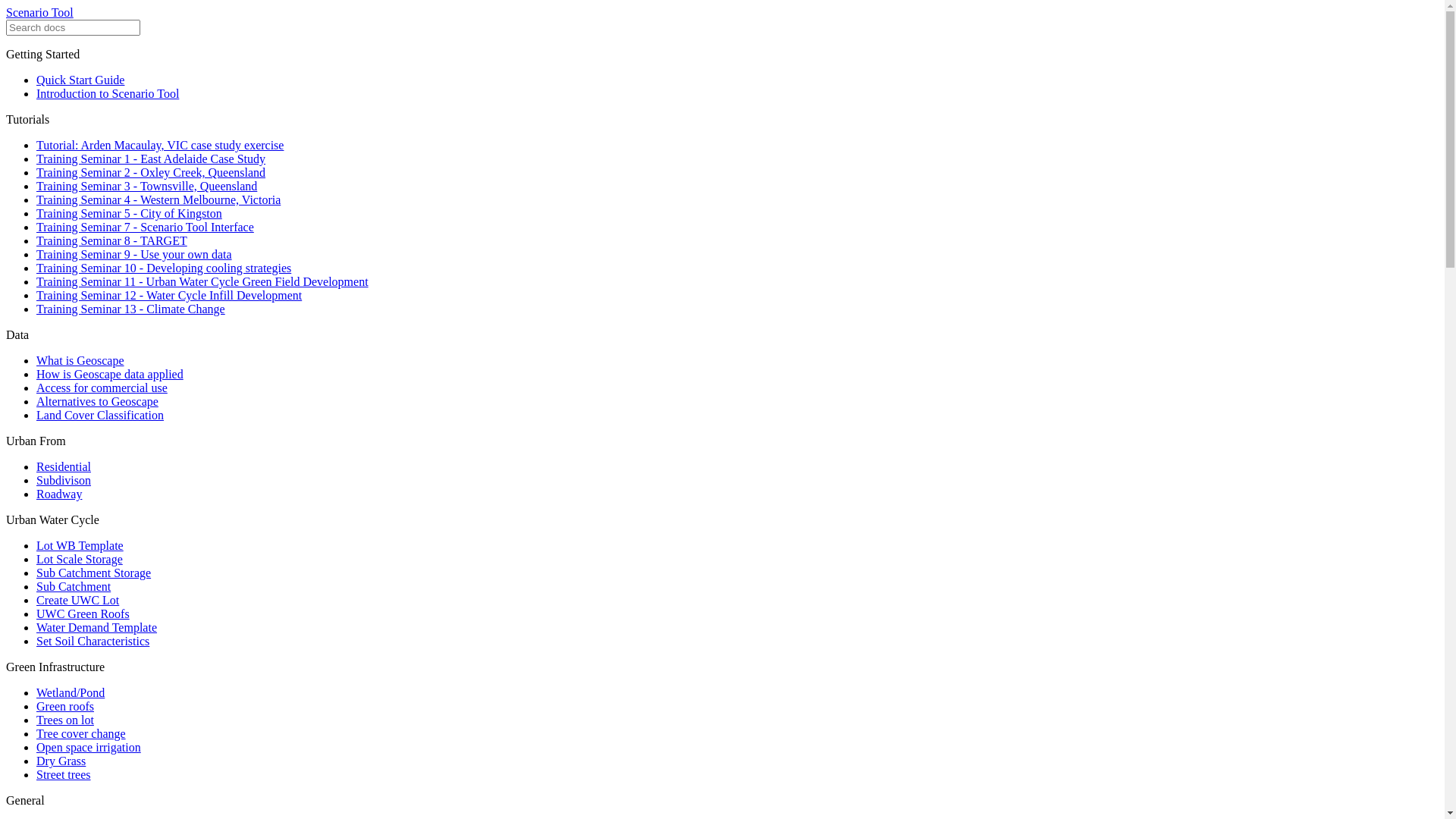 This screenshot has width=1456, height=819. What do you see at coordinates (36, 733) in the screenshot?
I see `'Tree cover change'` at bounding box center [36, 733].